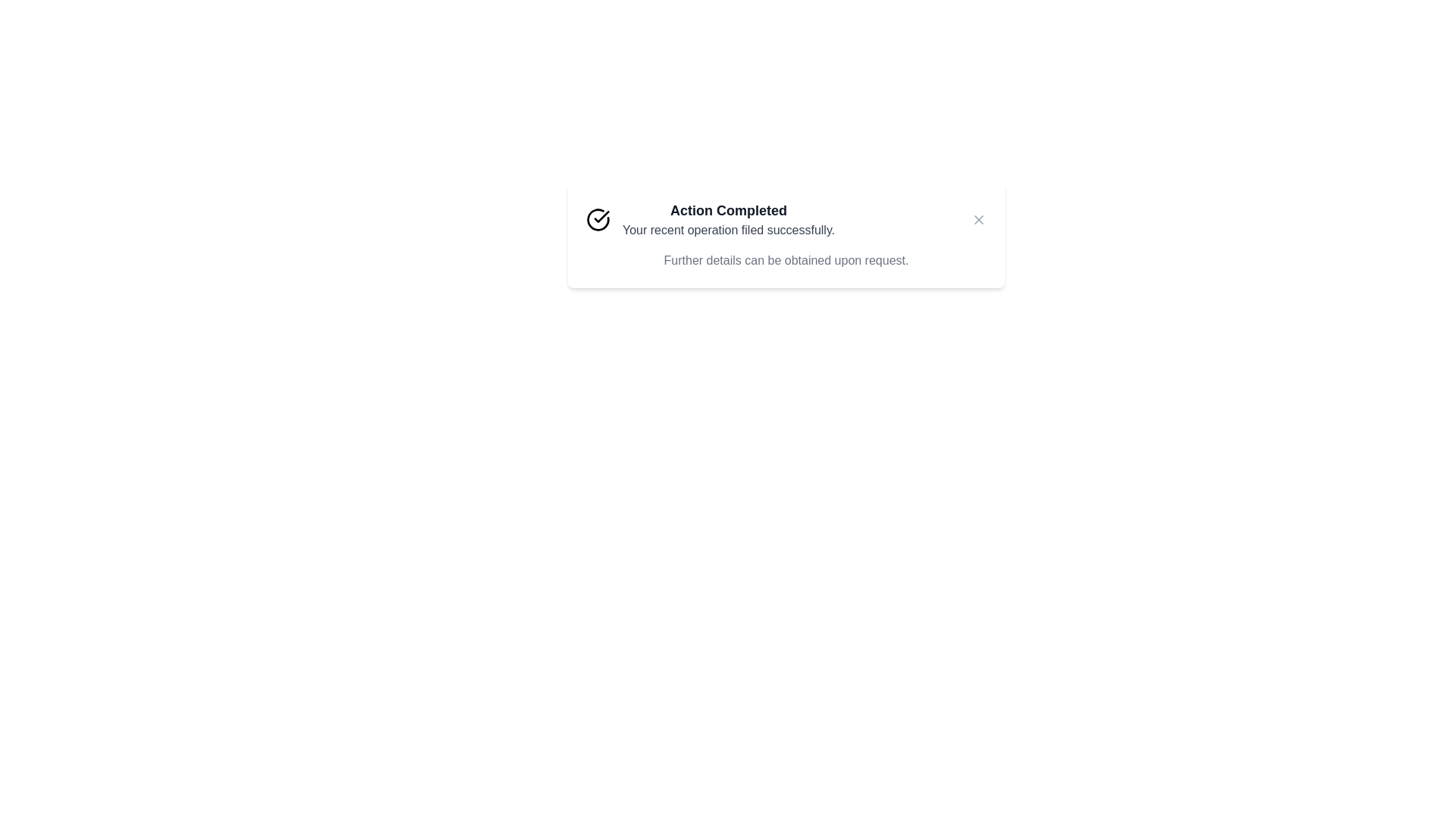 This screenshot has width=1456, height=819. Describe the element at coordinates (979, 219) in the screenshot. I see `the small 'X' icon in the upper-right corner of the notification card` at that location.